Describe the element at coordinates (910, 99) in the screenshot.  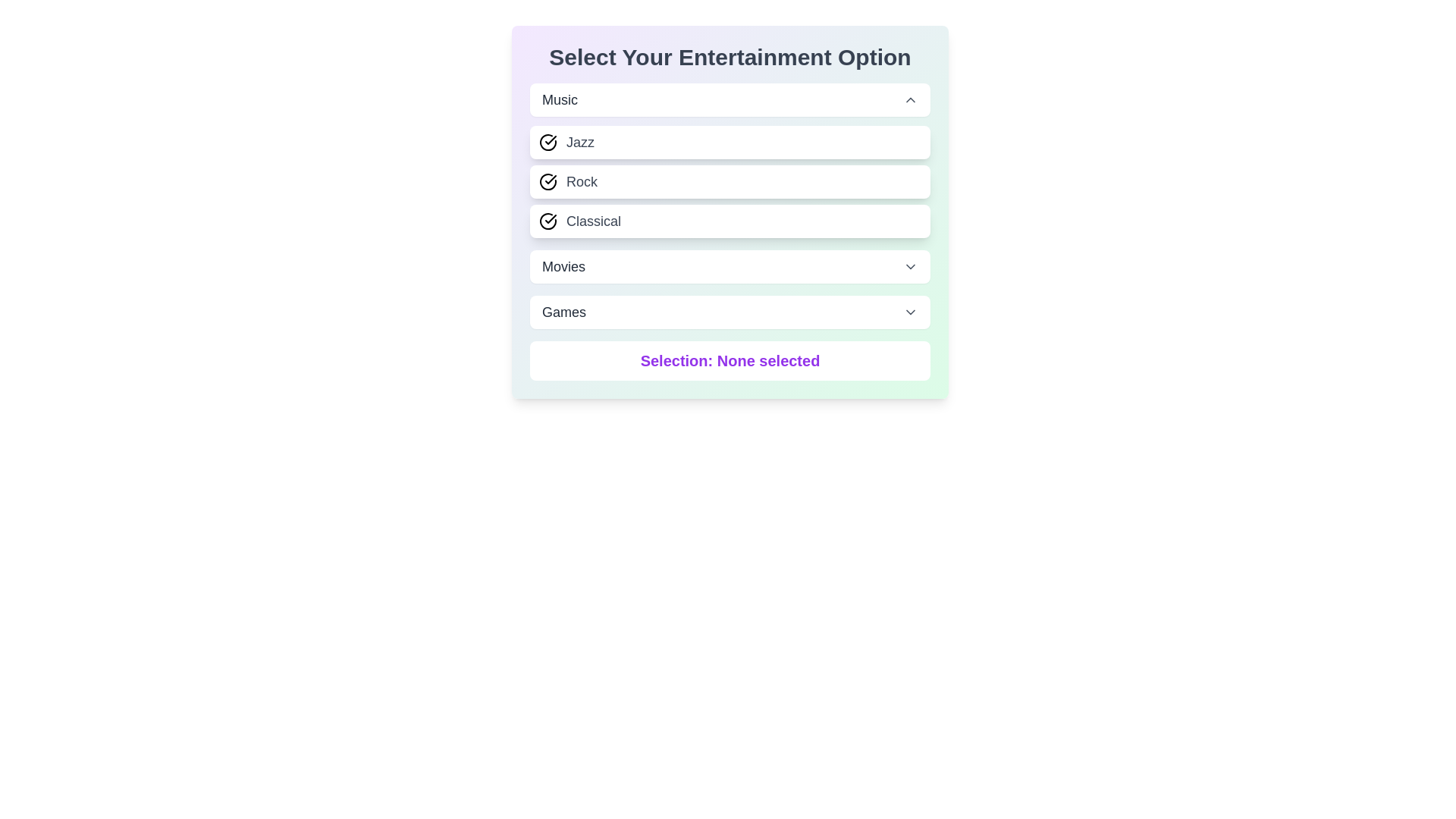
I see `the icon located at the far right of the horizontal line containing the text 'Music'` at that location.